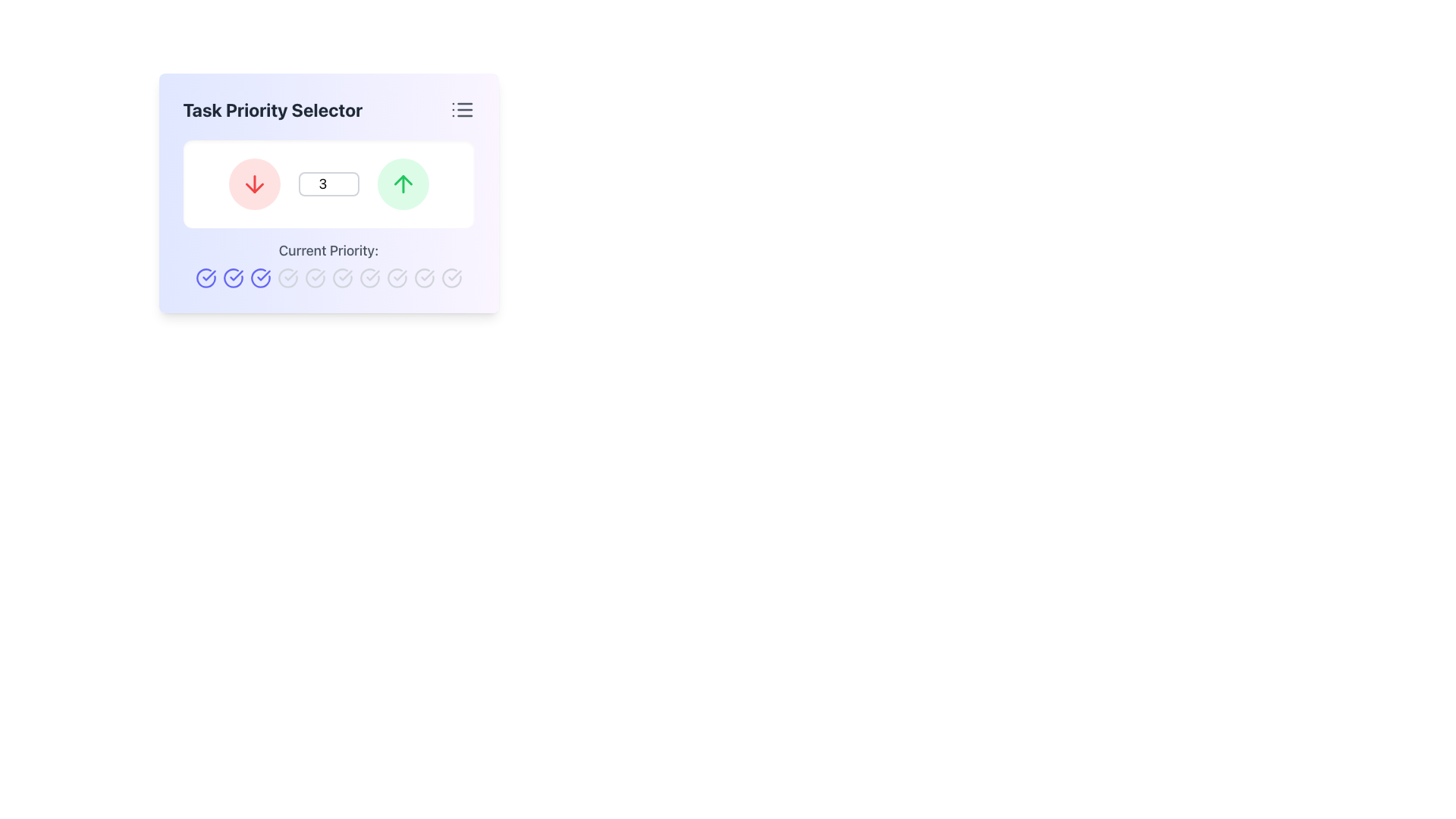 The width and height of the screenshot is (1456, 819). I want to click on the interactive button with an upward-pointing arrow to prepare for keyboard interaction, so click(403, 184).